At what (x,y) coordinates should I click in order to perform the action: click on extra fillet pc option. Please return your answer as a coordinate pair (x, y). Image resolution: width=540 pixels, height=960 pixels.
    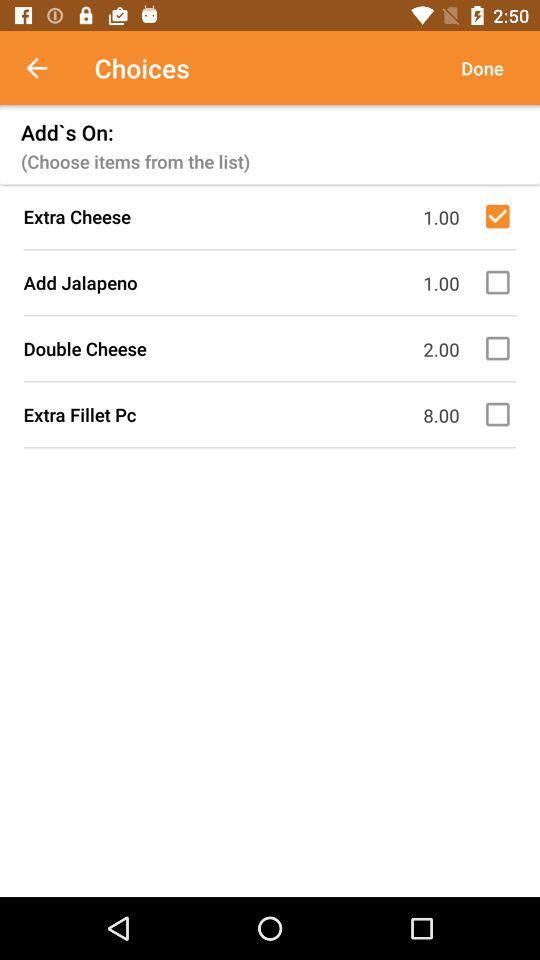
    Looking at the image, I should click on (500, 413).